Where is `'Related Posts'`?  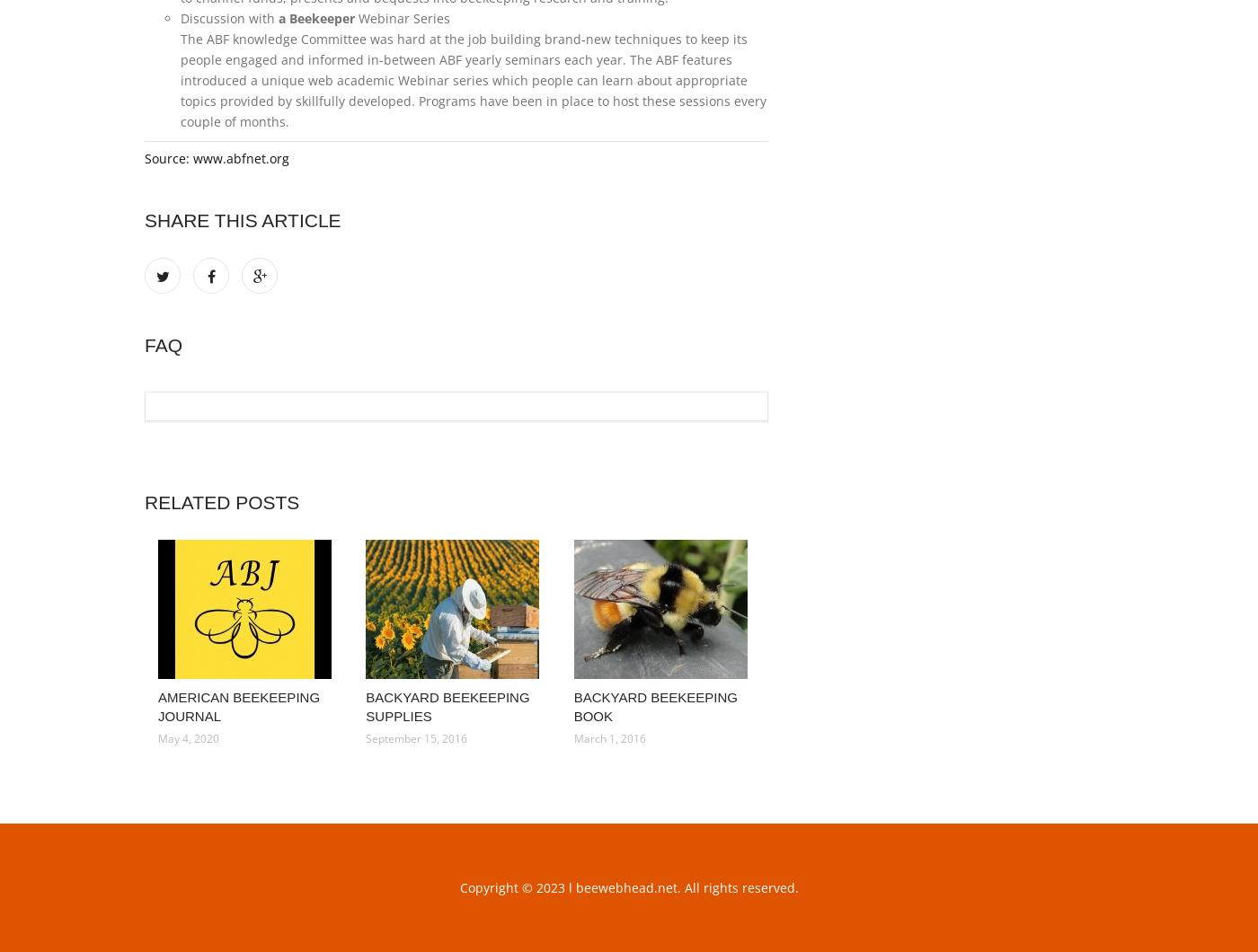 'Related Posts' is located at coordinates (221, 502).